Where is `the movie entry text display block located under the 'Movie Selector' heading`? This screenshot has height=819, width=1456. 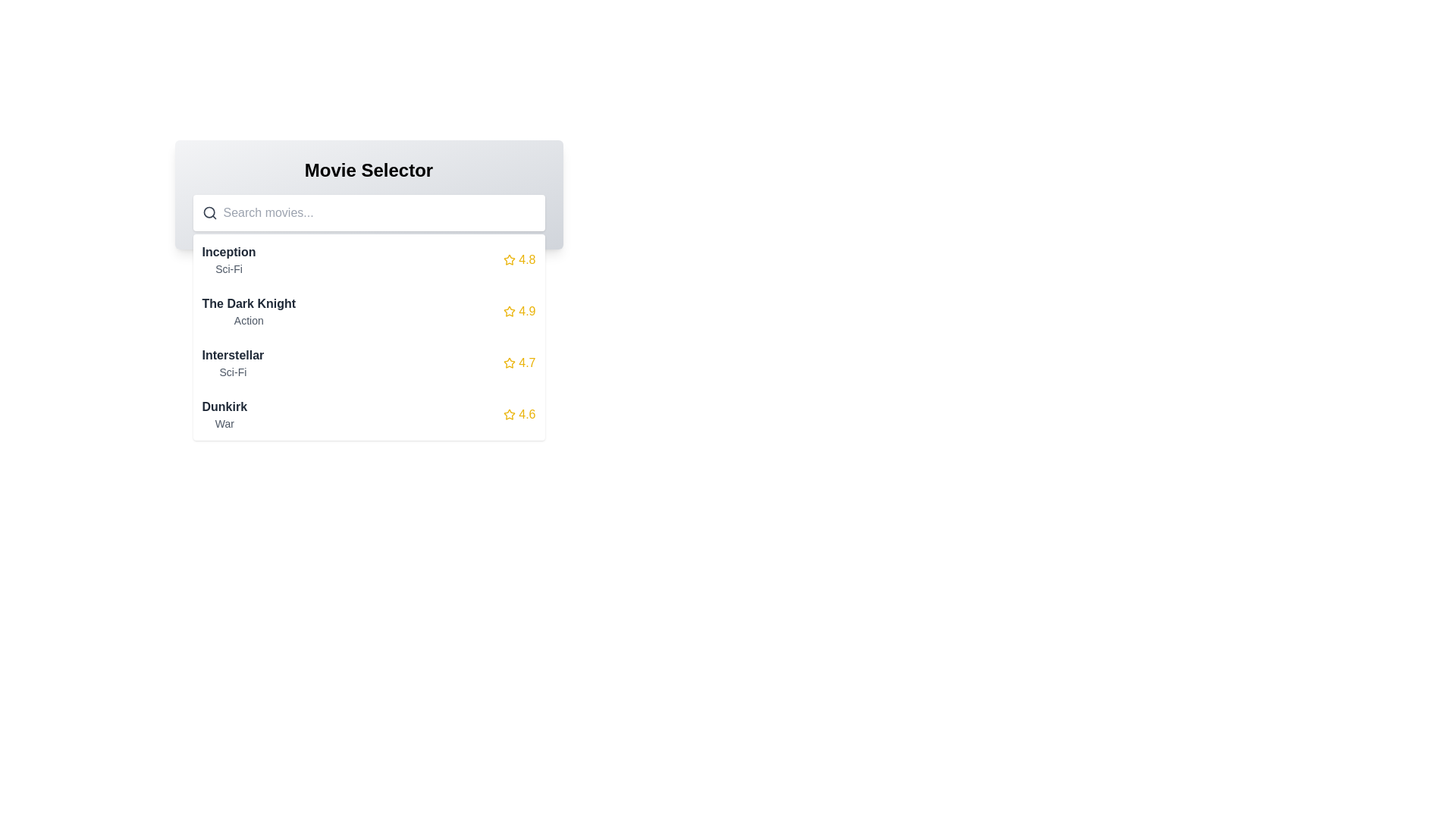
the movie entry text display block located under the 'Movie Selector' heading is located at coordinates (228, 259).